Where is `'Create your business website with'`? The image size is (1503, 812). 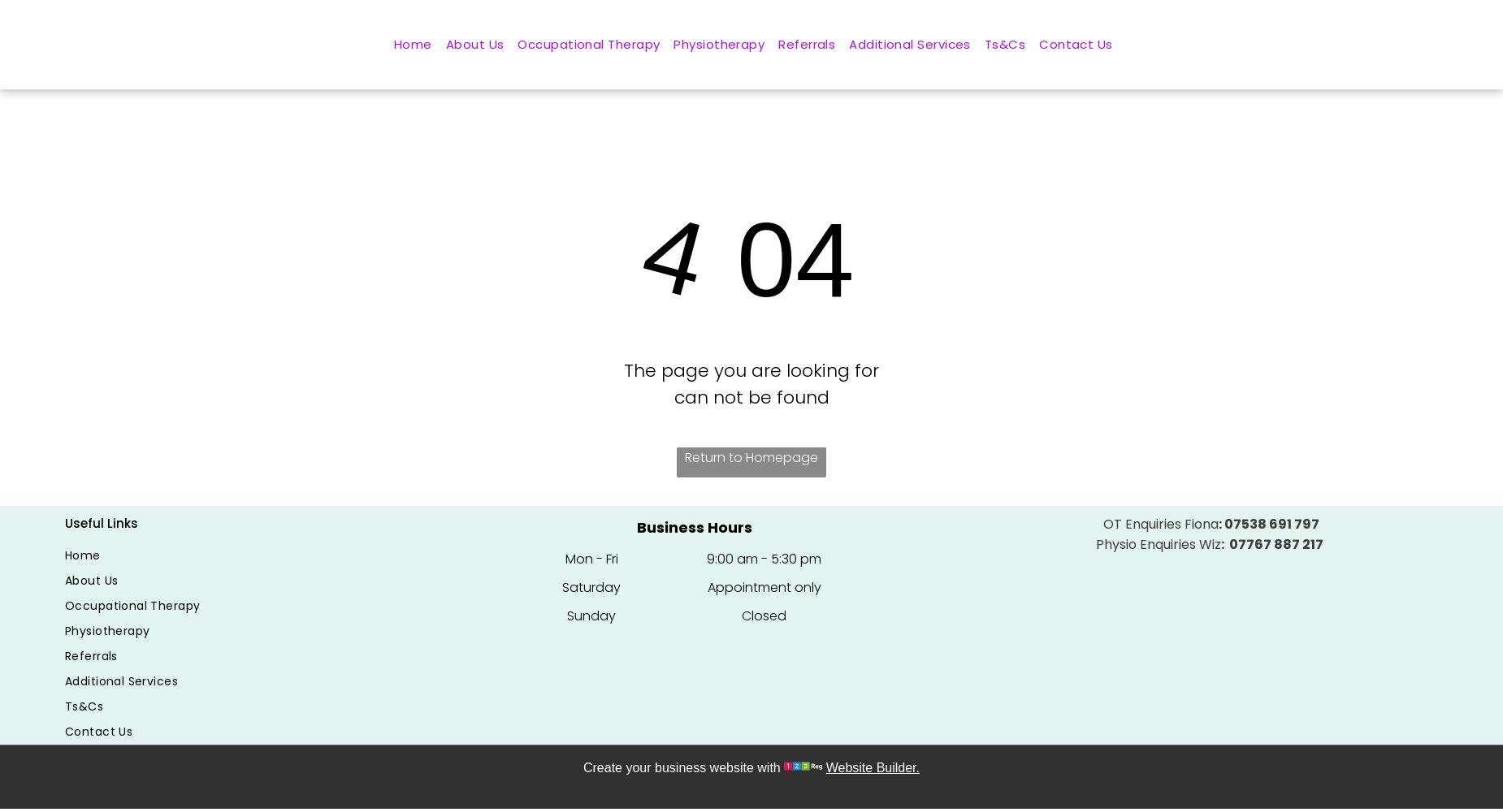
'Create your business website with' is located at coordinates (681, 766).